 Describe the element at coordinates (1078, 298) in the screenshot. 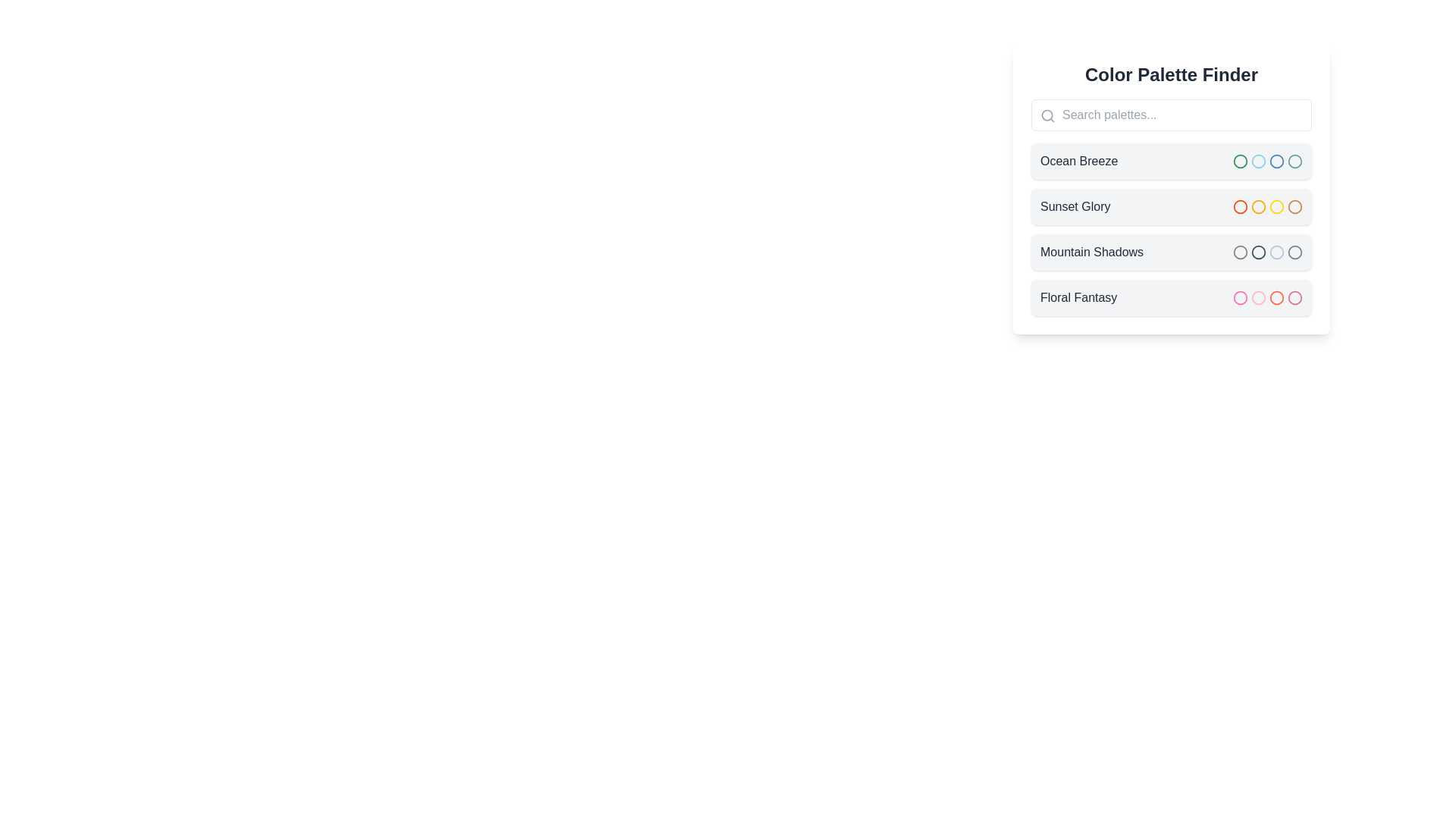

I see `the text label 'Floral Fantasy' which is styled in gray color and located within the color palette section` at that location.